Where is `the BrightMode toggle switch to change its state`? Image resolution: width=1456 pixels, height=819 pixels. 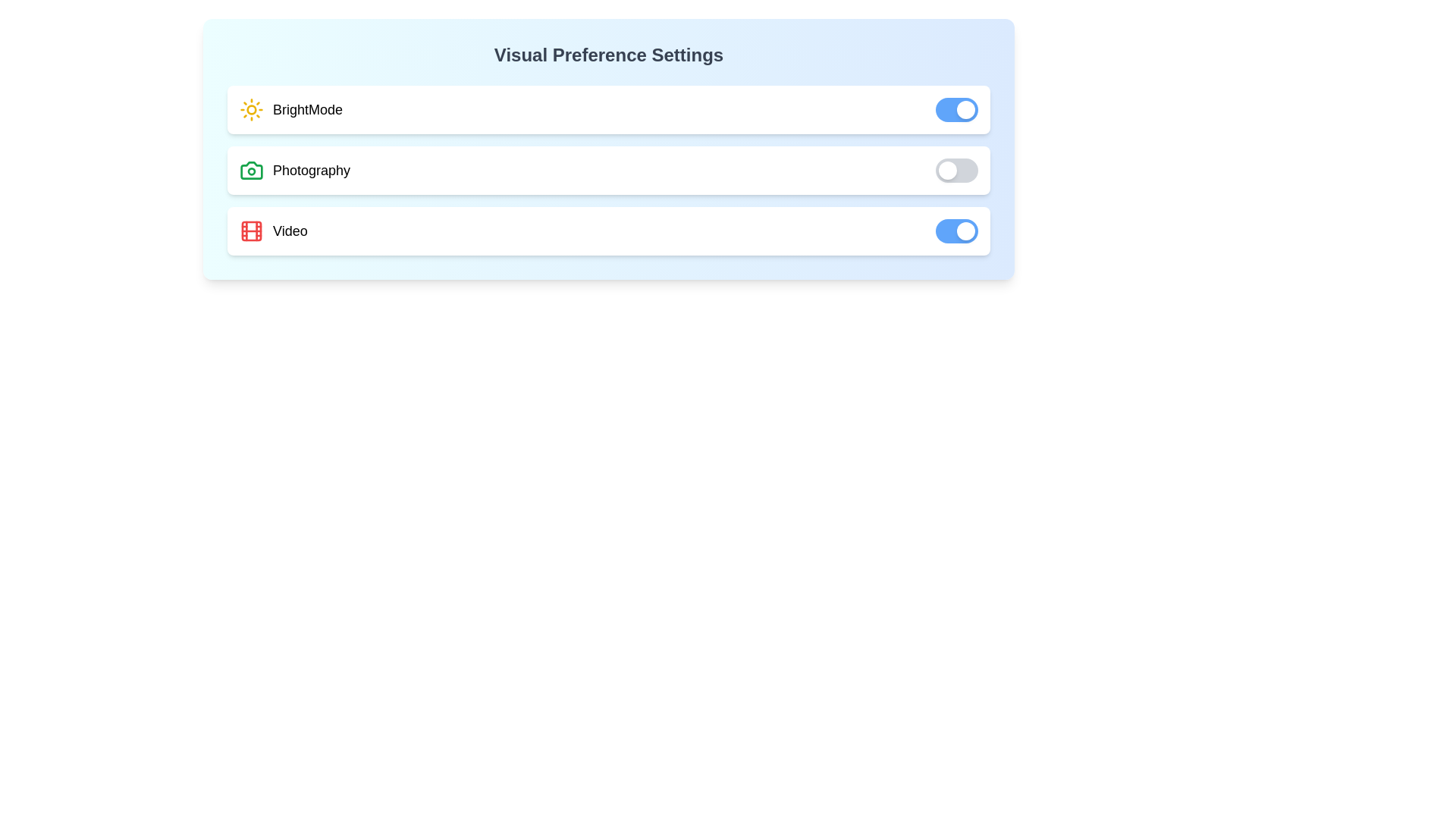
the BrightMode toggle switch to change its state is located at coordinates (956, 109).